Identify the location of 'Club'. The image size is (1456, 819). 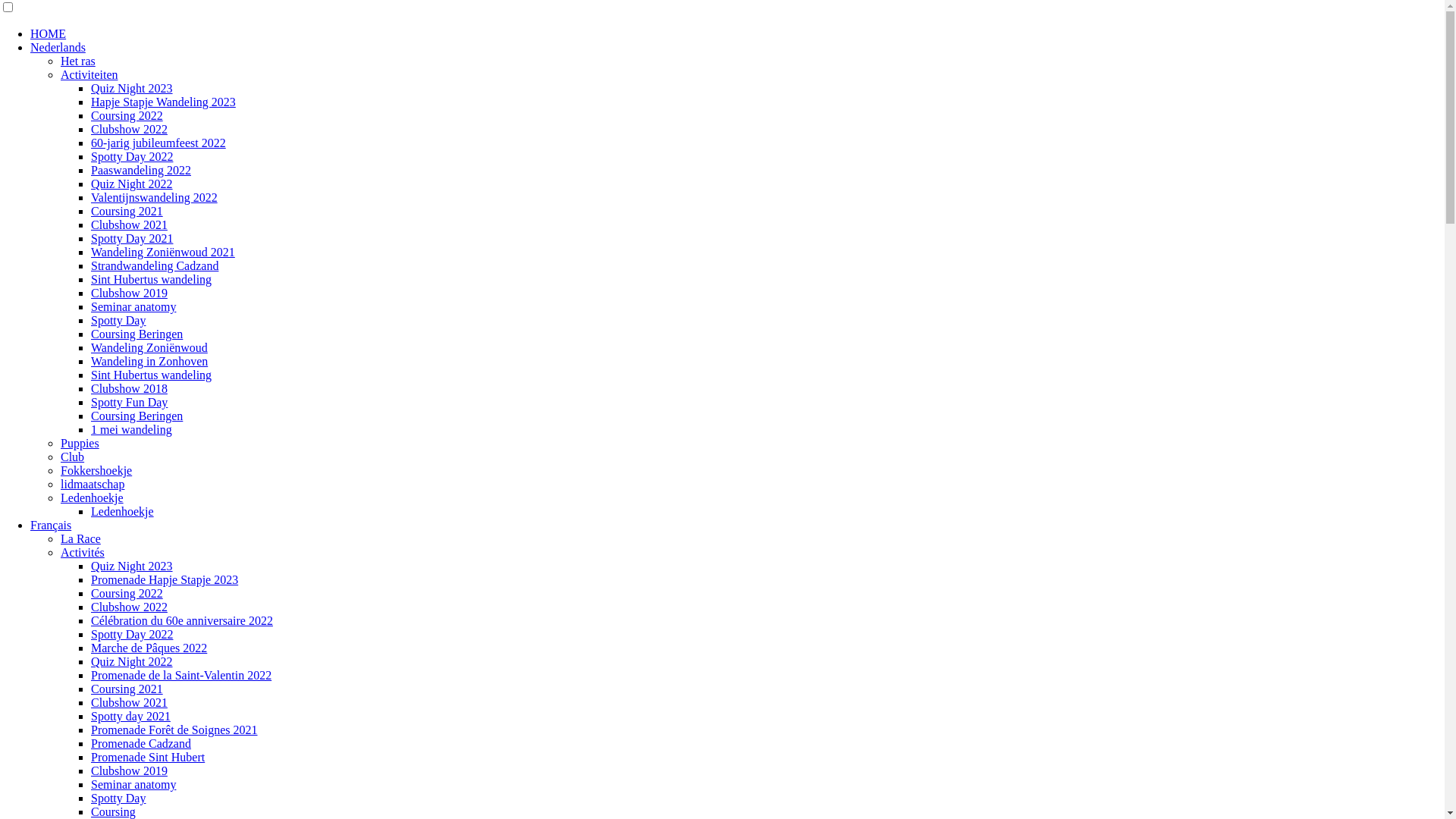
(71, 456).